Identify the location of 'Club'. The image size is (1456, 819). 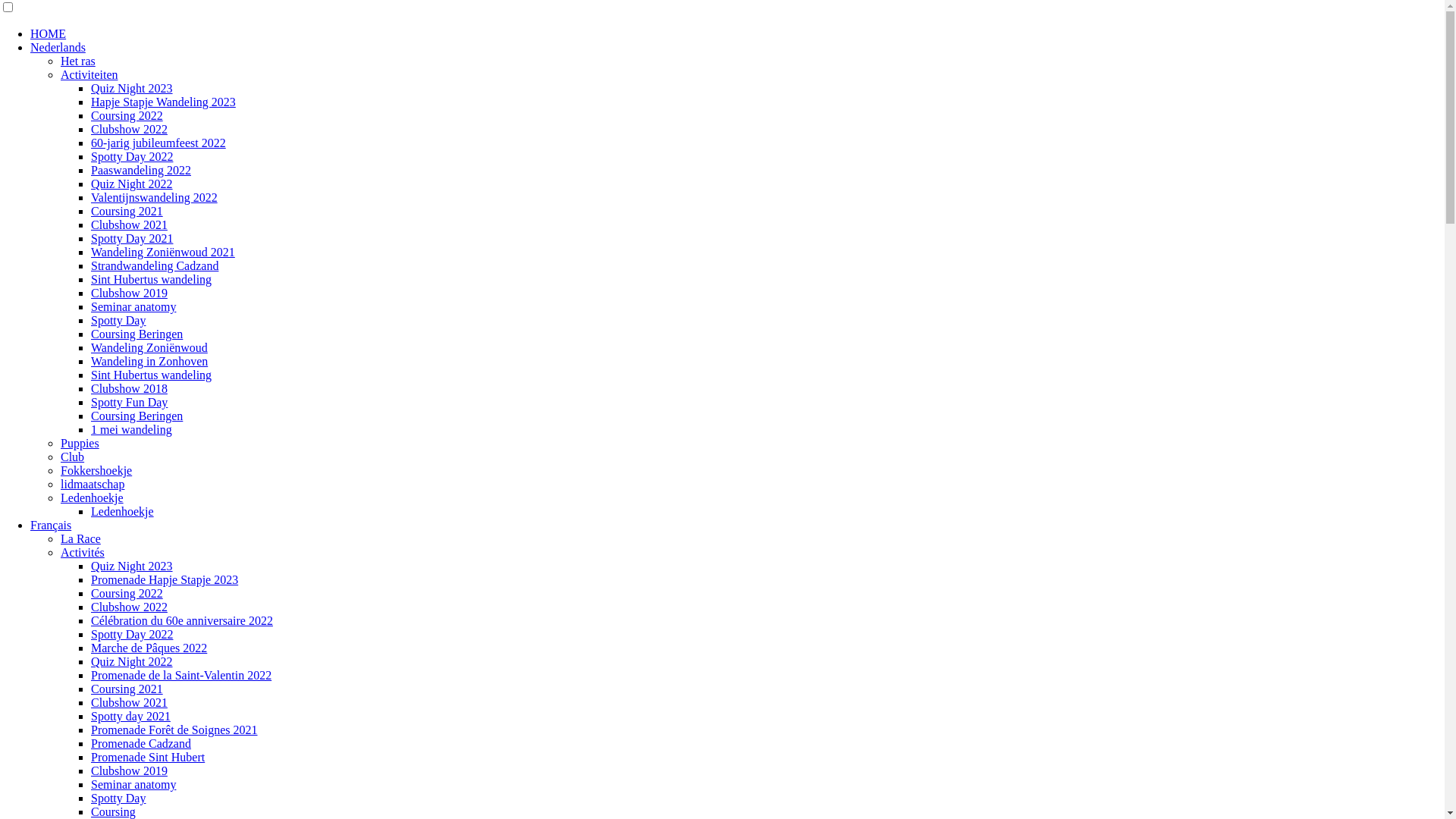
(71, 456).